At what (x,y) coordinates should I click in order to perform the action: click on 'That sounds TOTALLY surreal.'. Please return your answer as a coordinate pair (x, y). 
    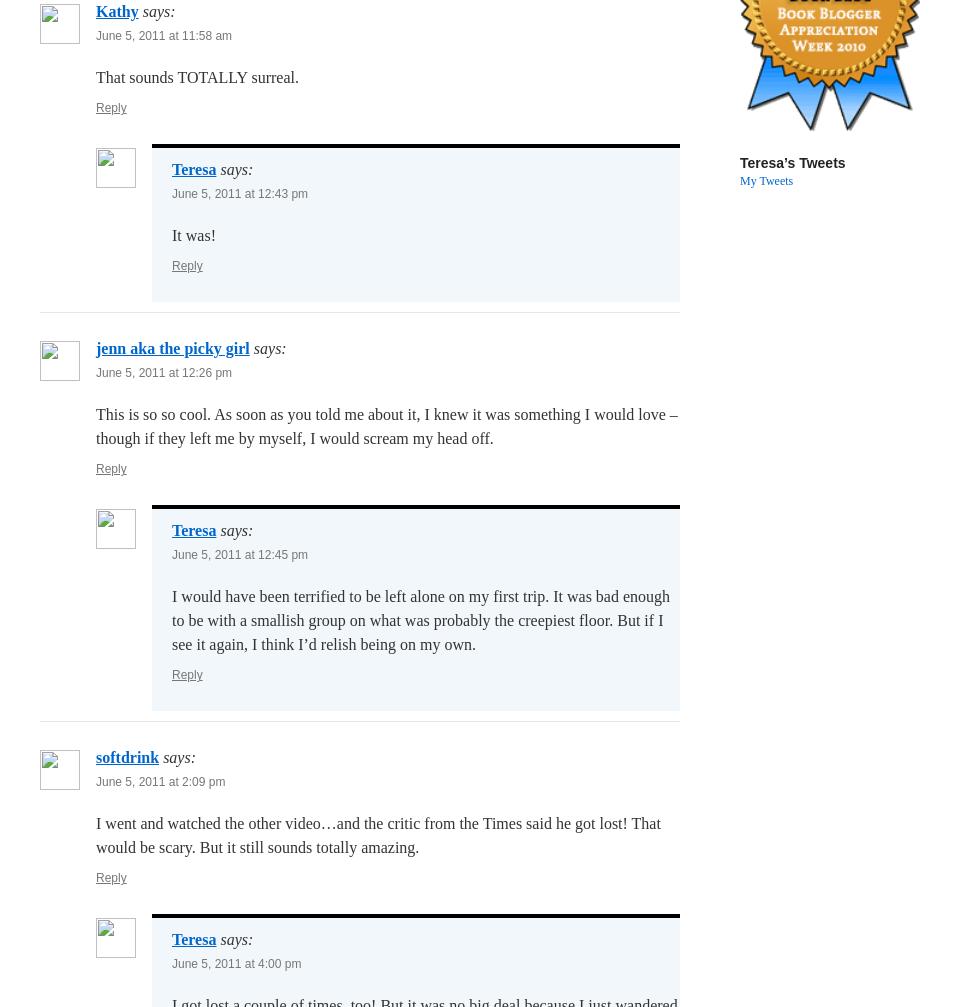
    Looking at the image, I should click on (197, 77).